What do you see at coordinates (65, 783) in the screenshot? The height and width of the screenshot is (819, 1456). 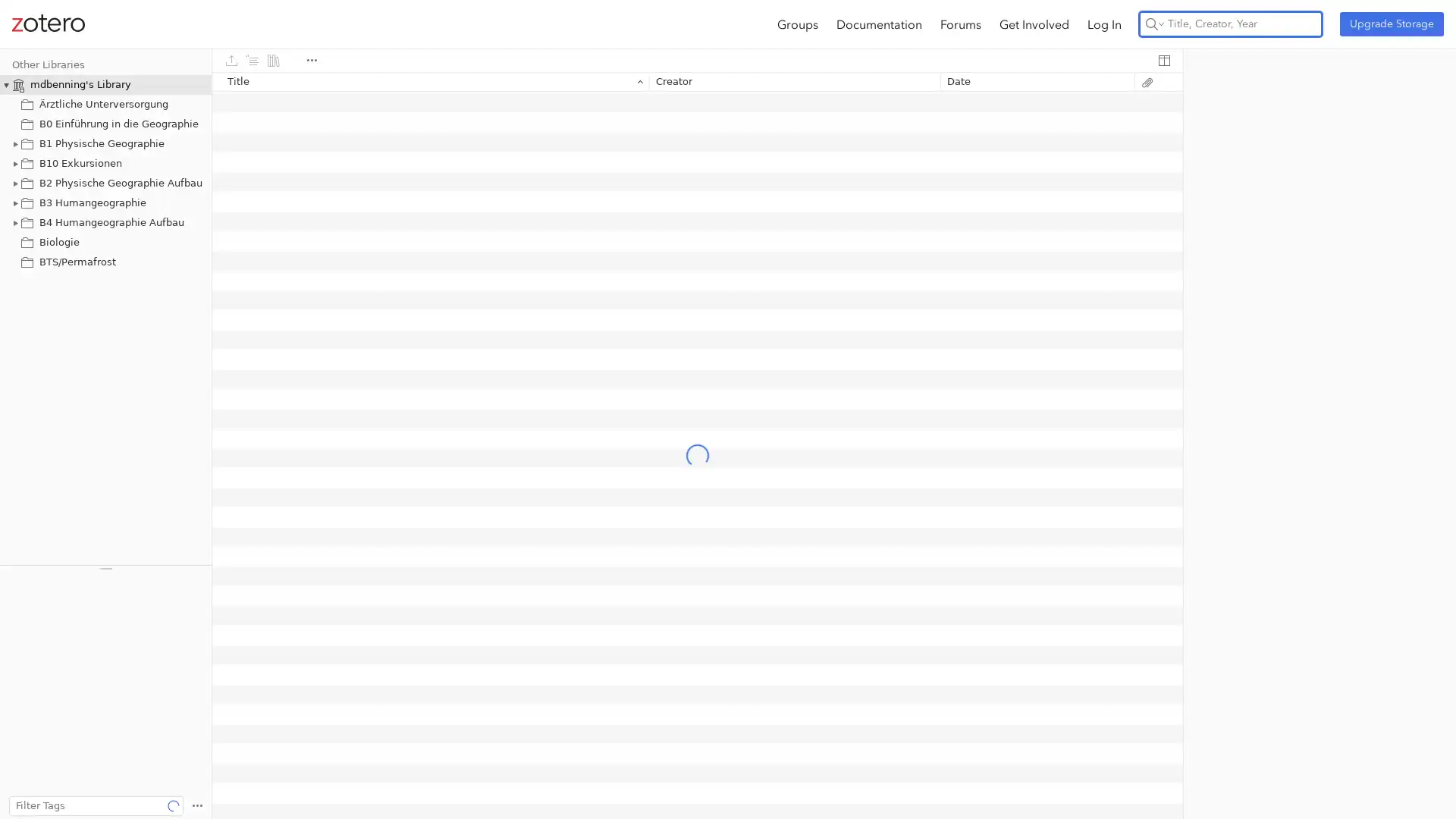 I see `Gesundheitsversorgung` at bounding box center [65, 783].